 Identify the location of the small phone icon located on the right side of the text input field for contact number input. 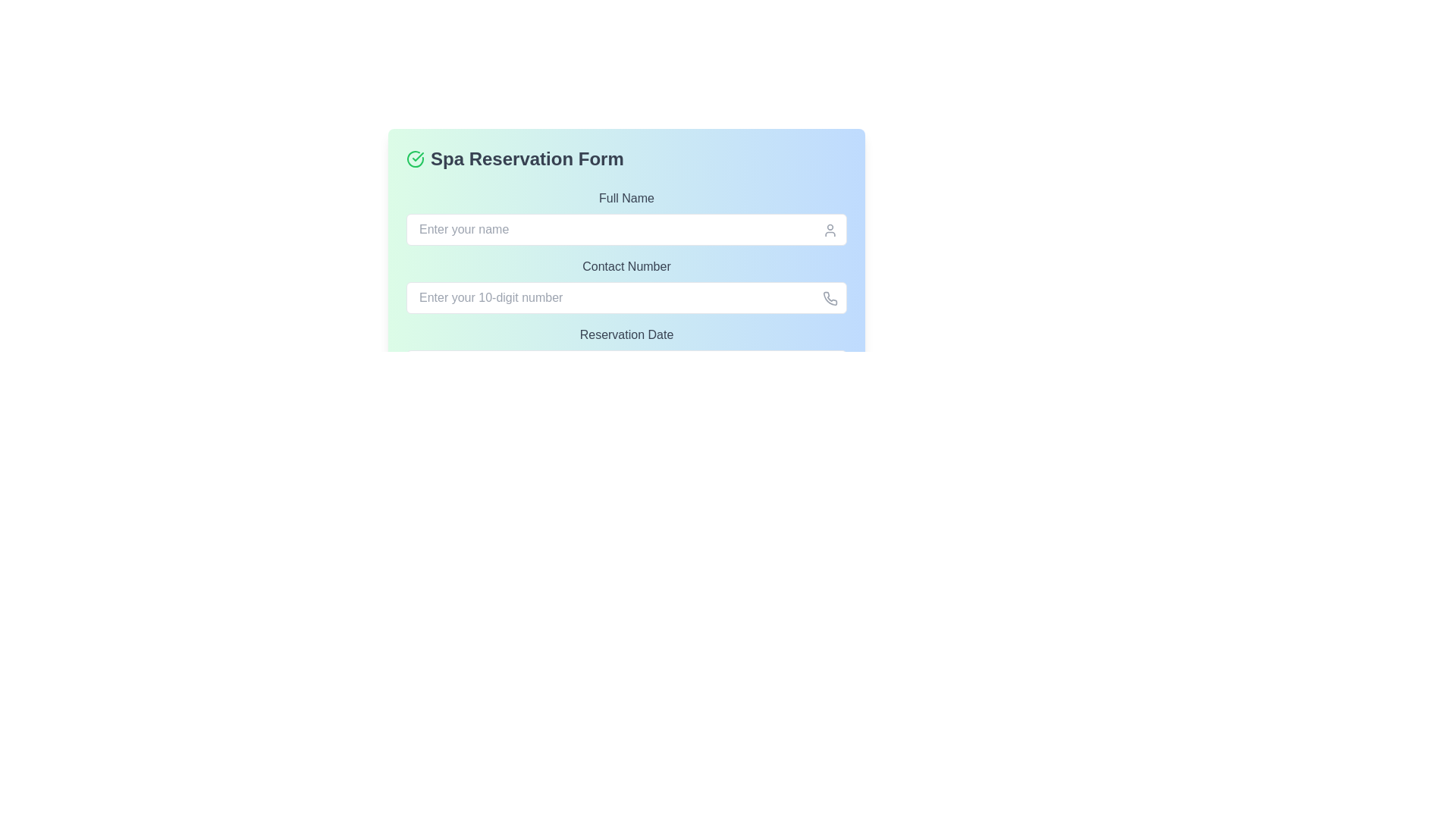
(829, 298).